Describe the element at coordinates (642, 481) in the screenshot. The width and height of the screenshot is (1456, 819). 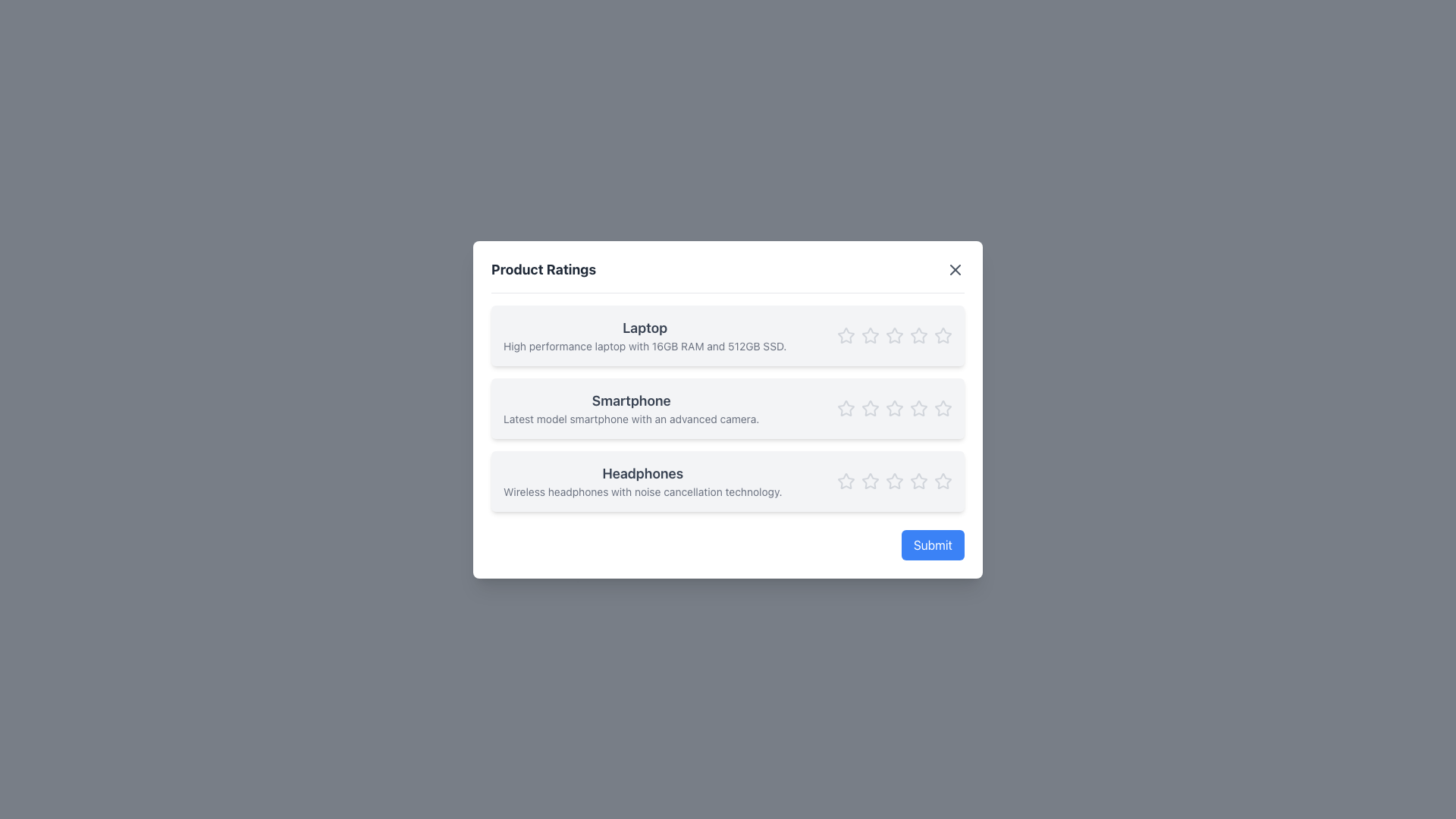
I see `the text block displaying the title 'Headphones' which is located under the 'Product Ratings' section, specifically in the third row of product descriptions` at that location.